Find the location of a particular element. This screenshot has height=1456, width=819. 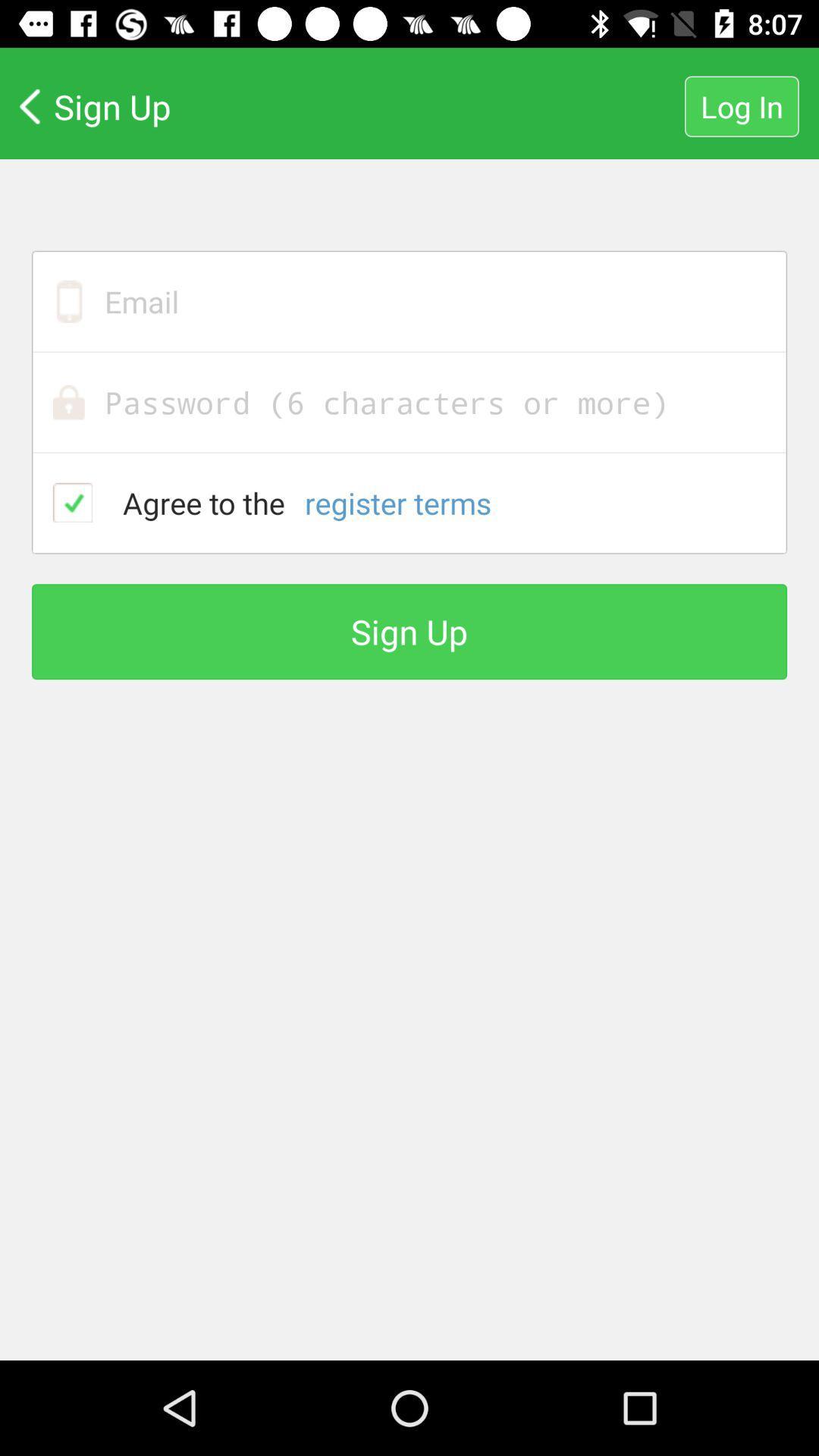

log in at the top right corner is located at coordinates (741, 105).